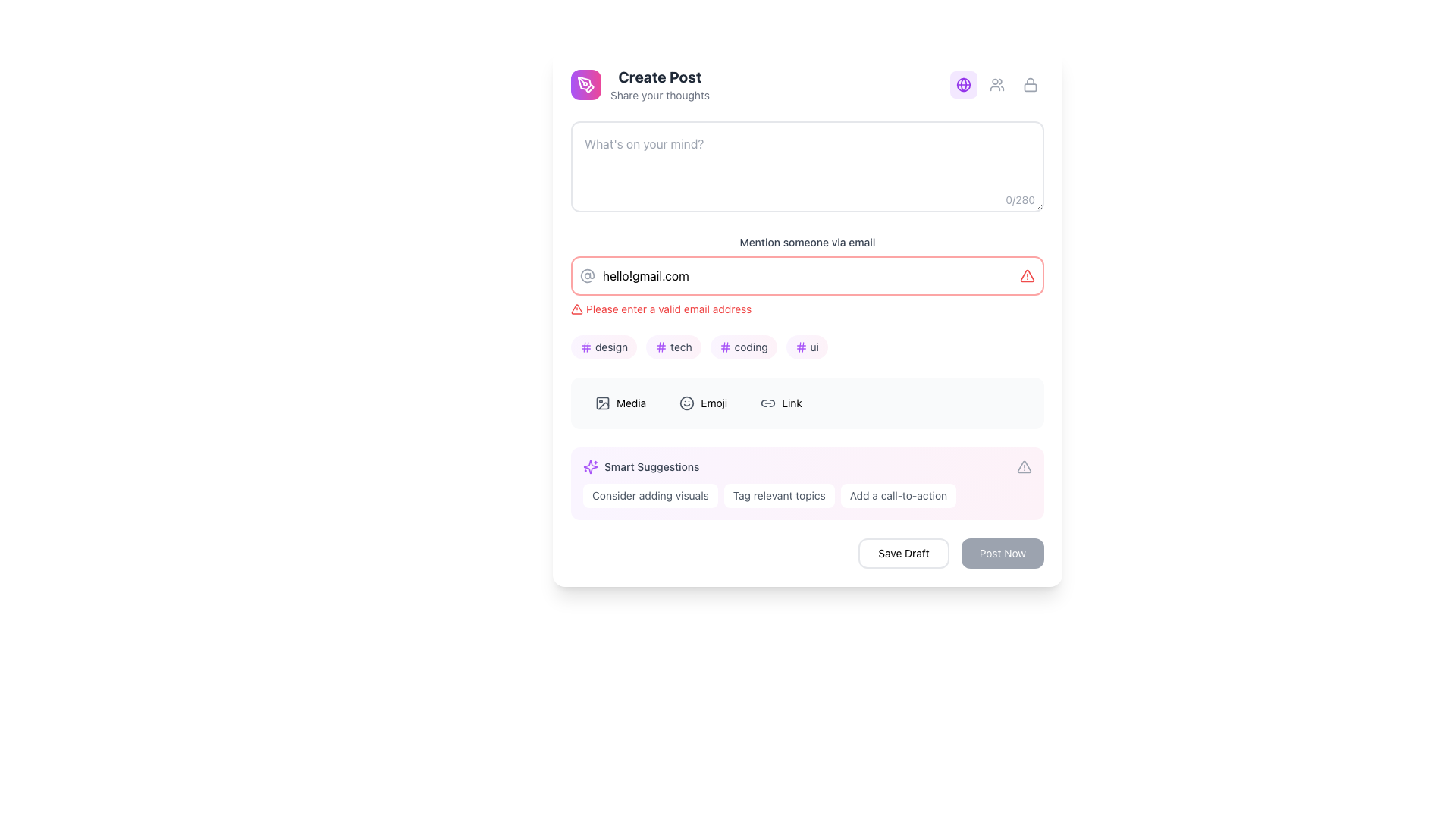  Describe the element at coordinates (963, 84) in the screenshot. I see `the purple globe icon located in the upper right corner of the interface` at that location.